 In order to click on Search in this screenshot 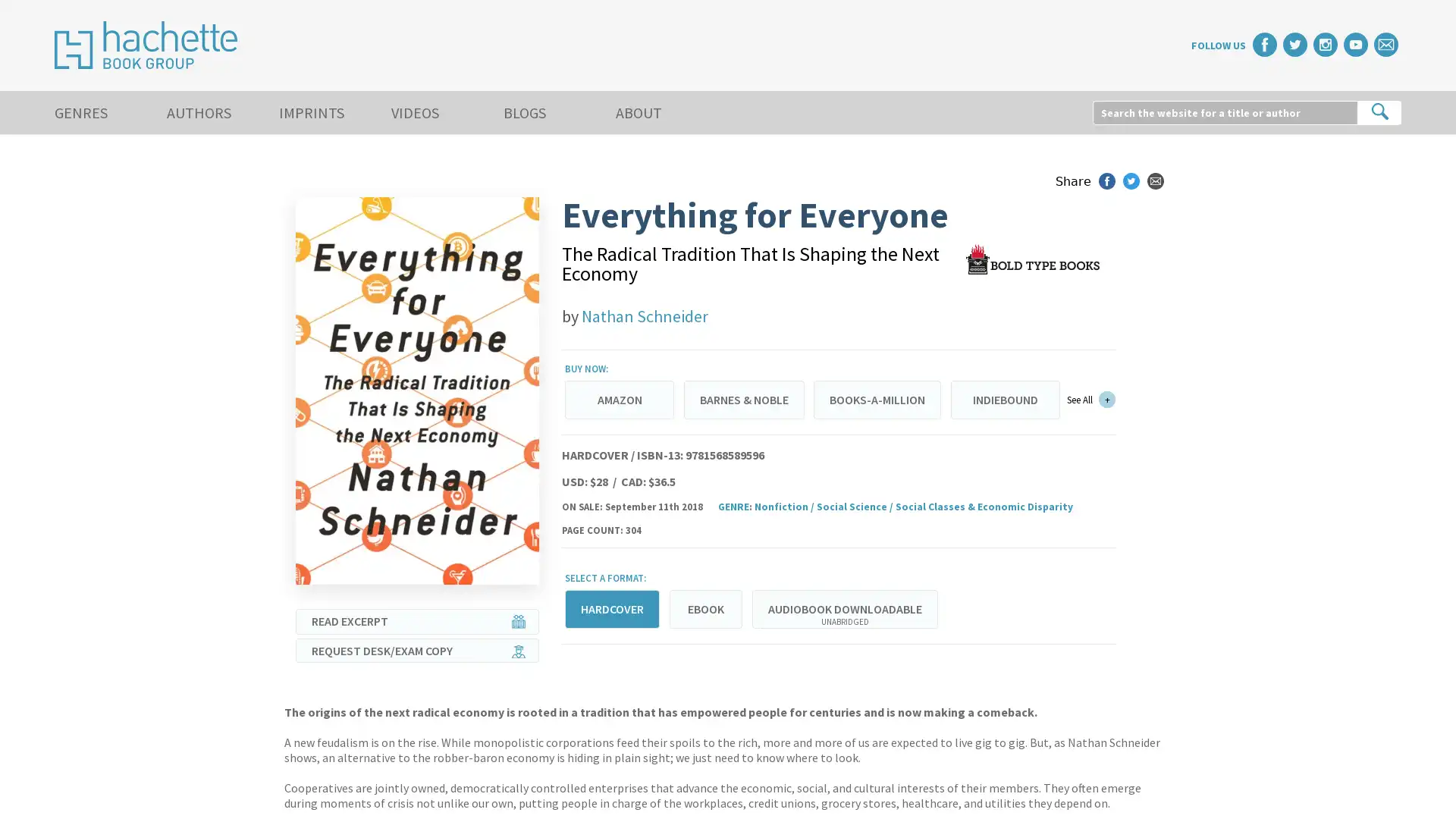, I will do `click(1379, 111)`.